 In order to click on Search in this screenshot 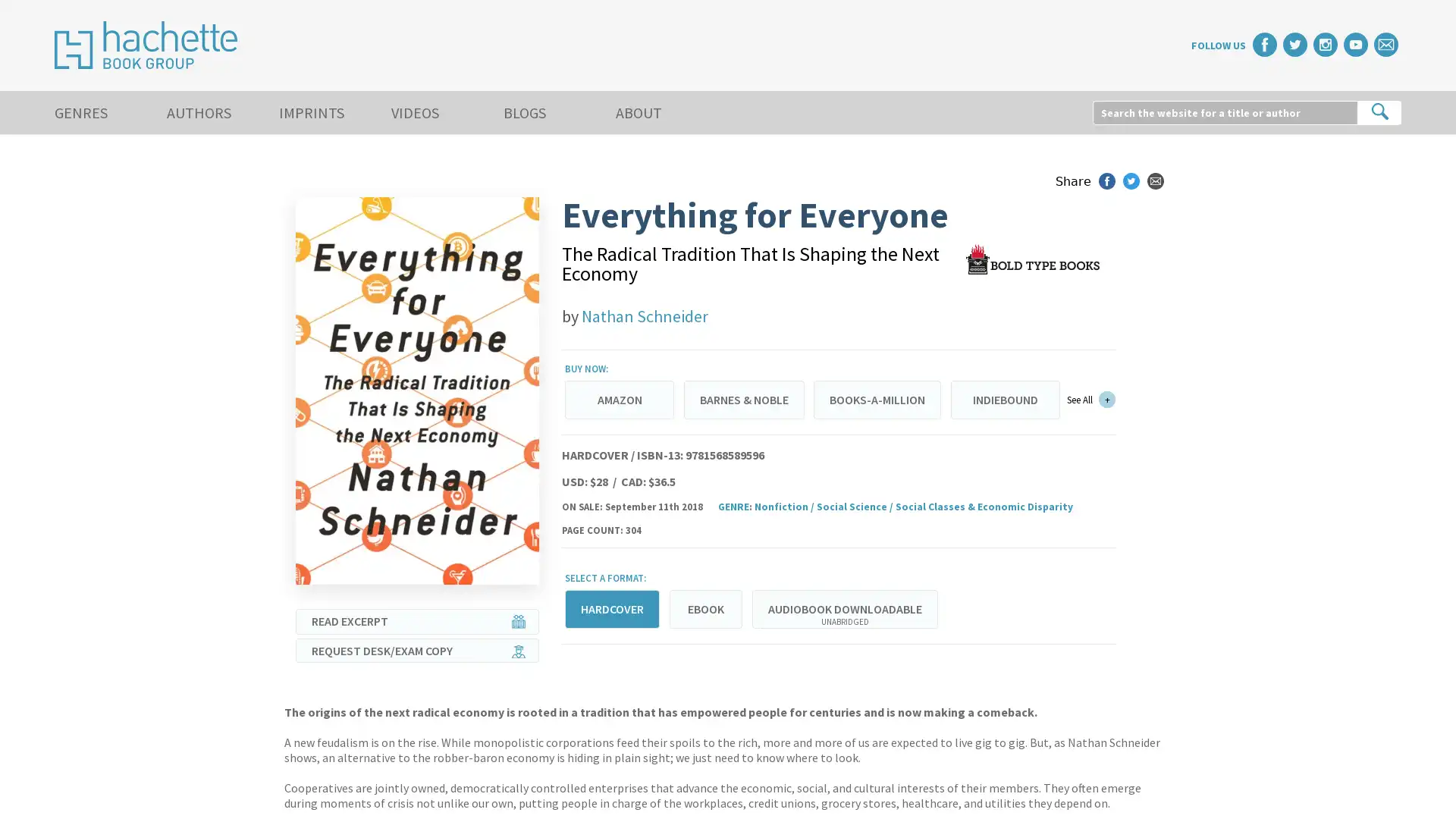, I will do `click(1379, 111)`.